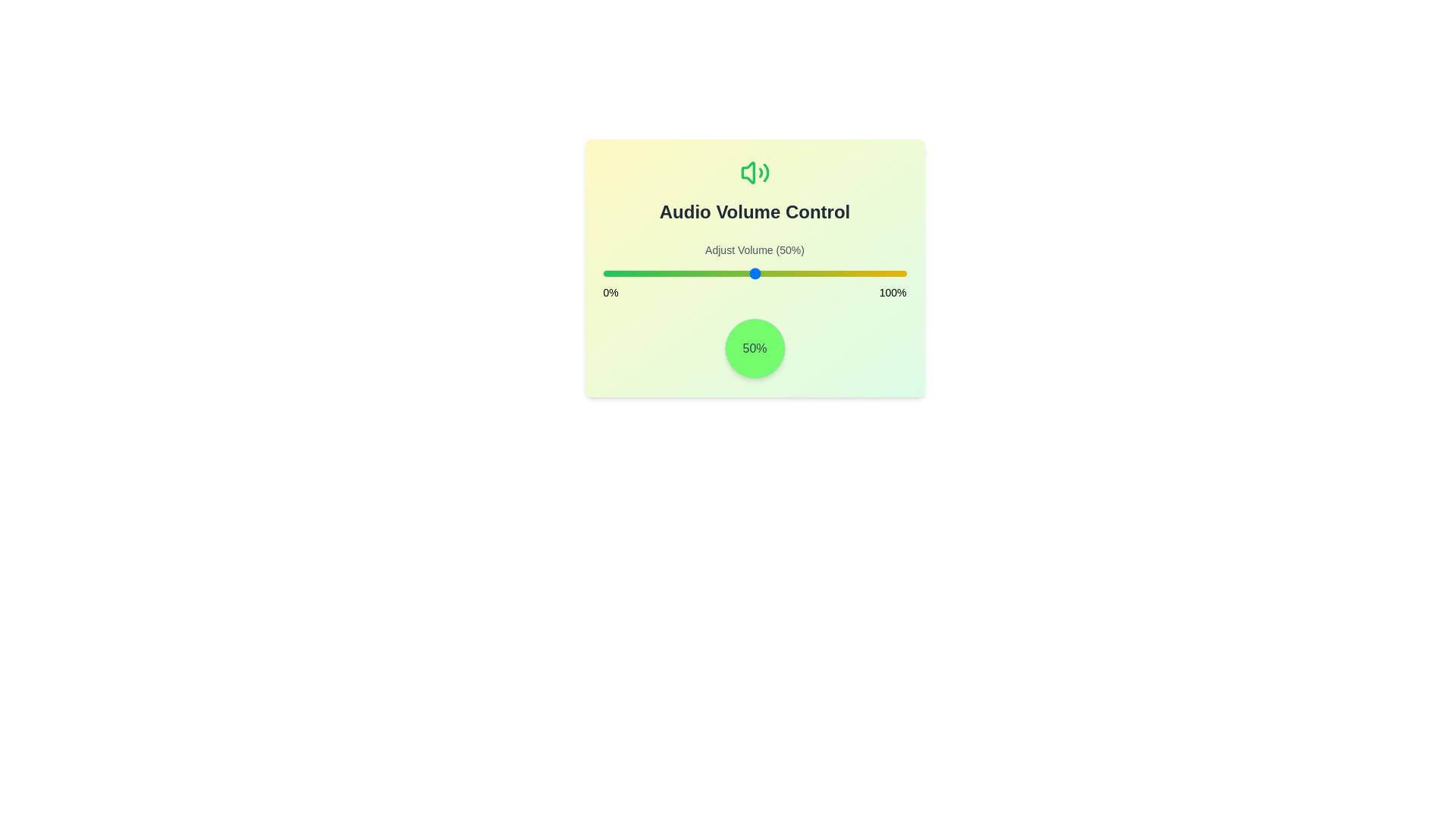 This screenshot has height=819, width=1456. Describe the element at coordinates (891, 274) in the screenshot. I see `the volume to 95% by dragging the slider` at that location.